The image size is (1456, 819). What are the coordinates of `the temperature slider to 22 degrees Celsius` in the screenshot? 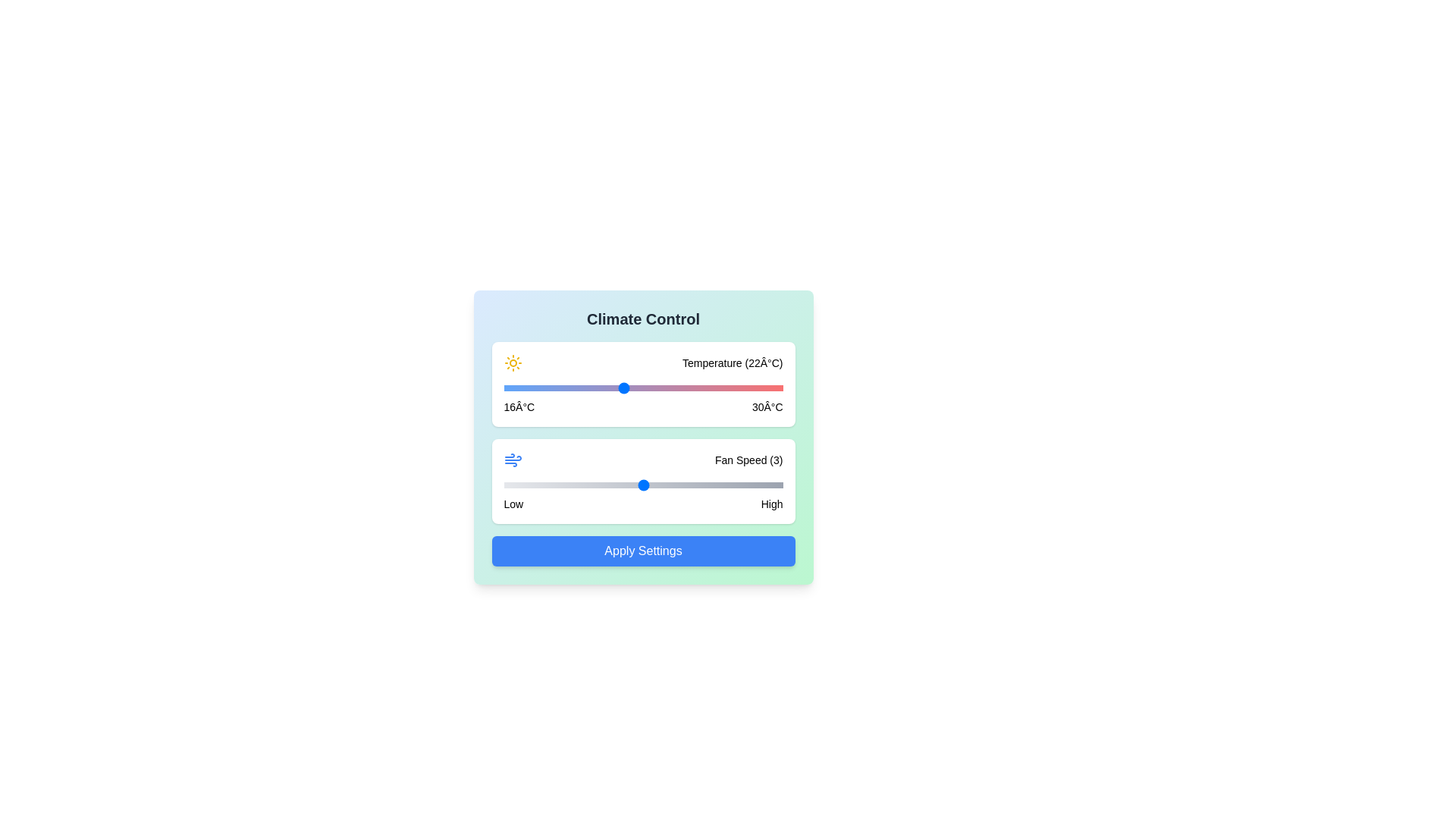 It's located at (623, 388).